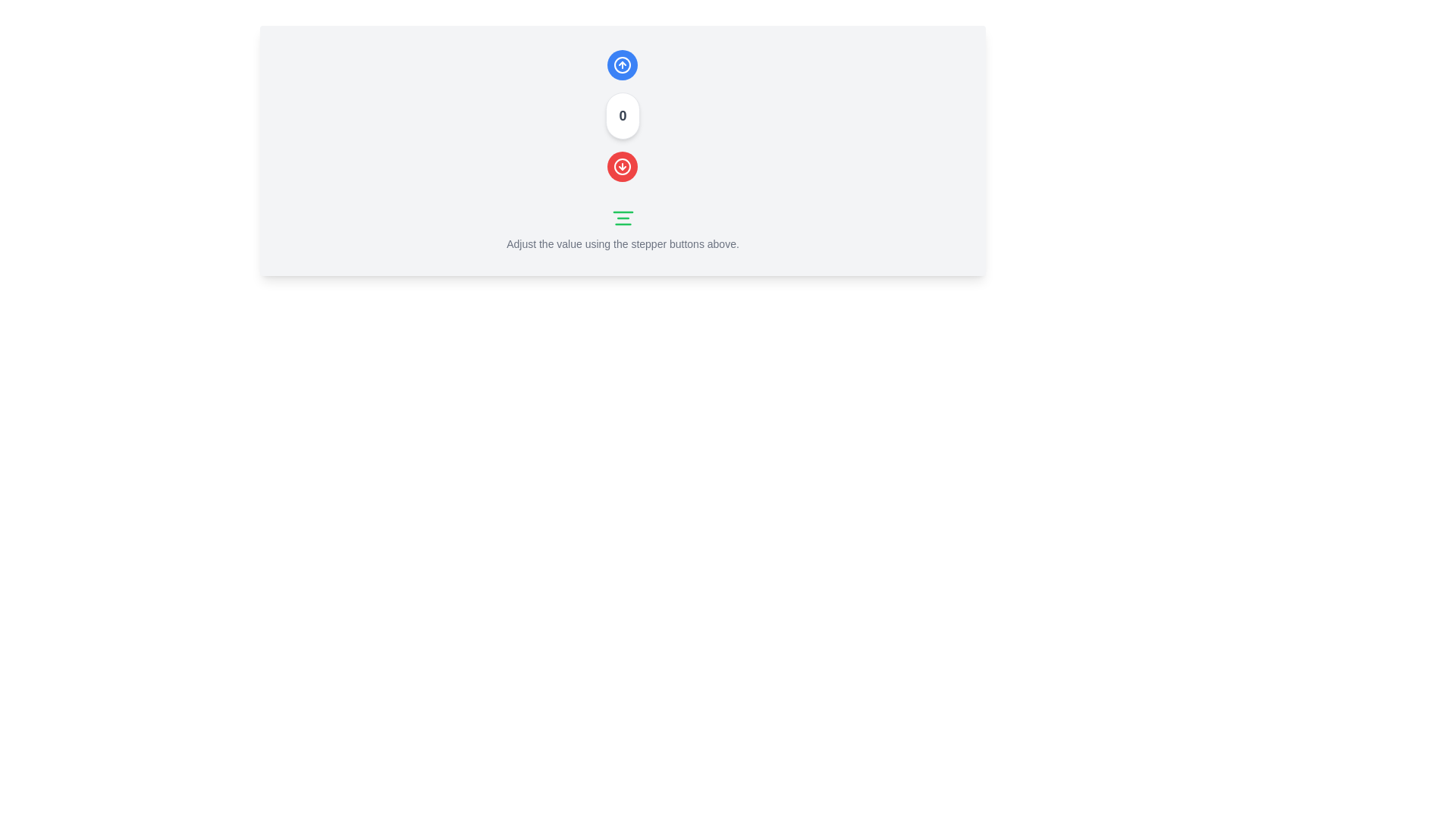 The height and width of the screenshot is (819, 1456). What do you see at coordinates (623, 64) in the screenshot?
I see `the circular blue button with a white outline and an upward-pointing arrow to increase the value` at bounding box center [623, 64].